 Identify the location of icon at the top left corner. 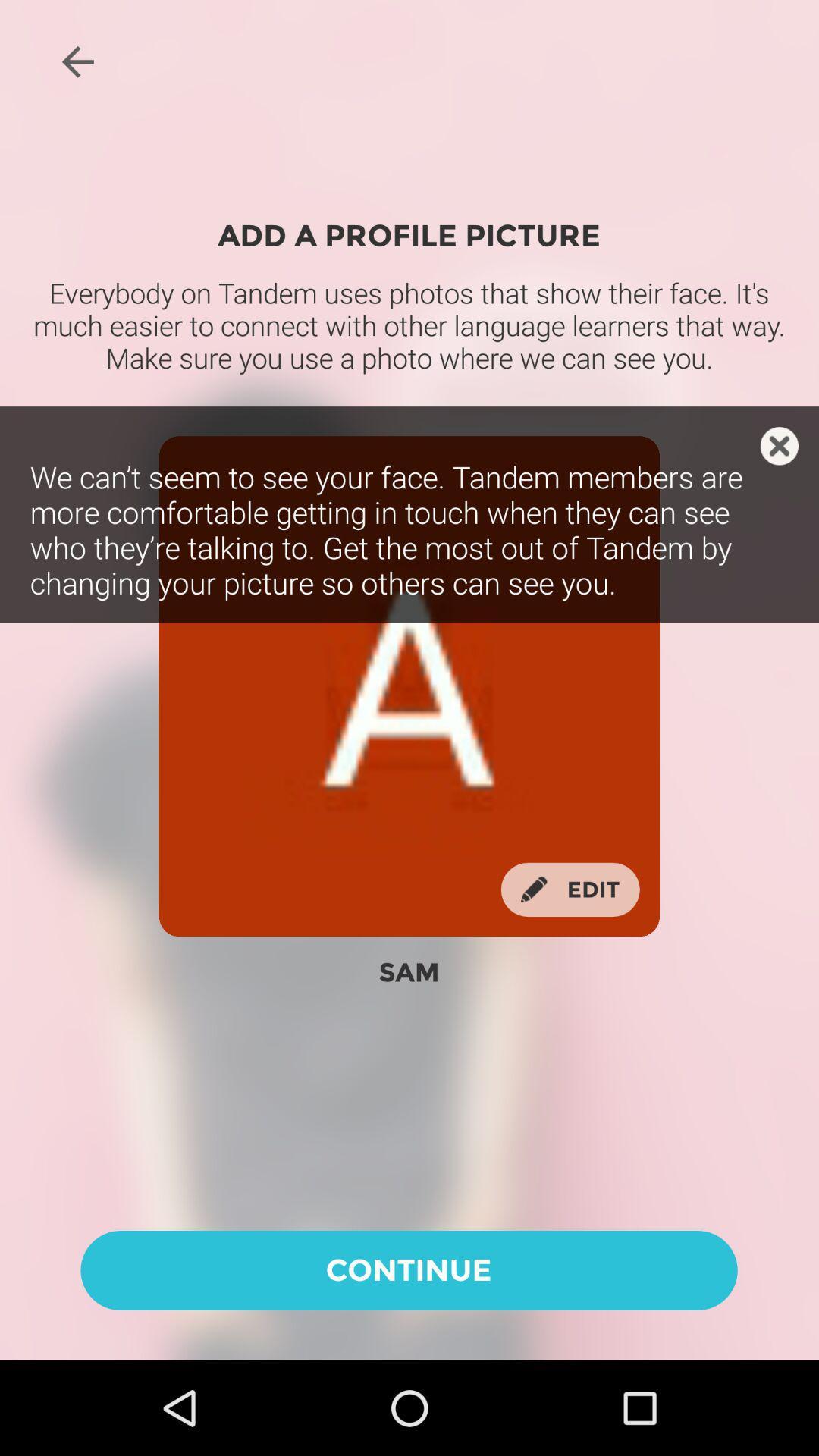
(77, 61).